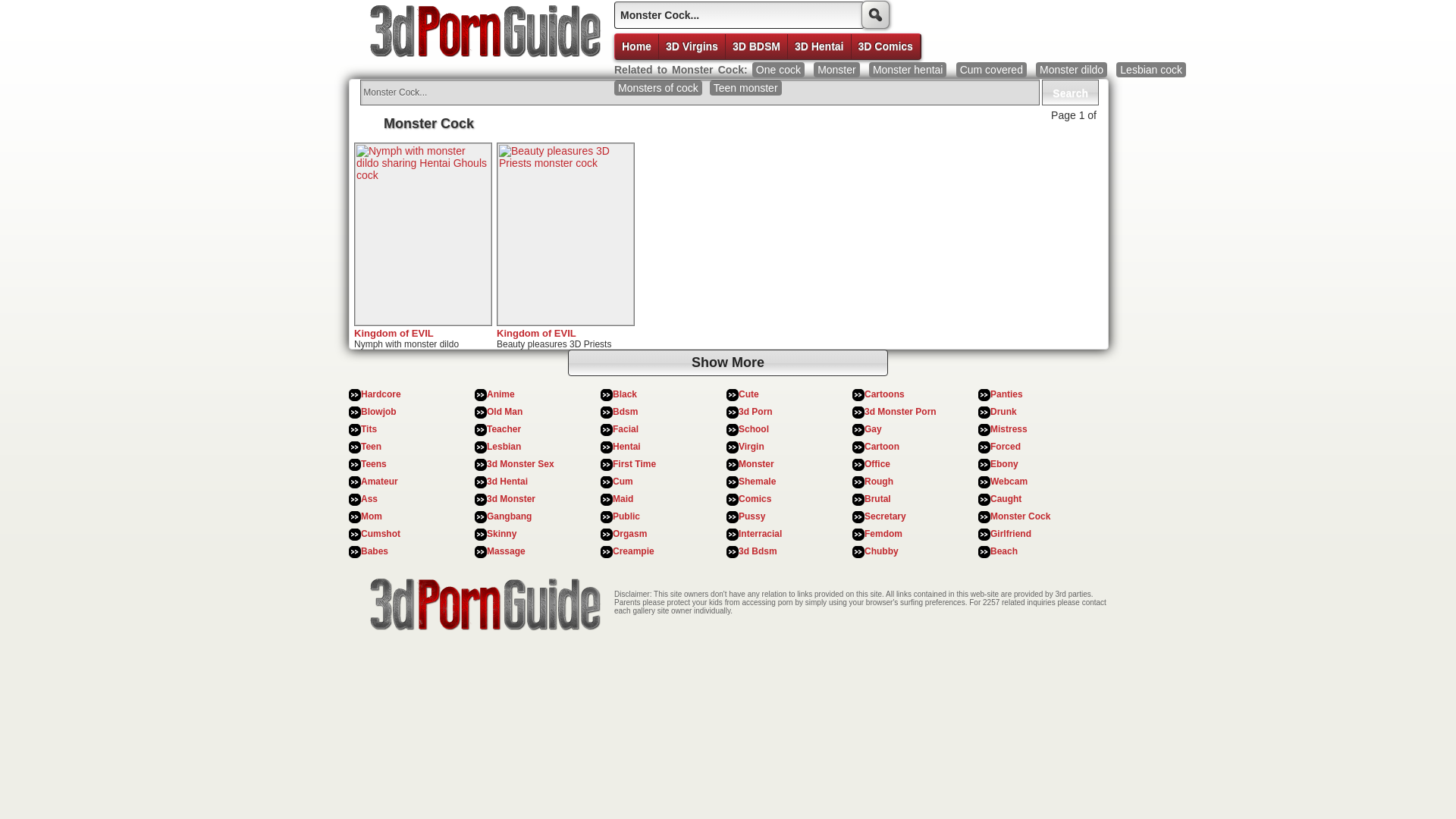  Describe the element at coordinates (633, 551) in the screenshot. I see `'Creampie'` at that location.